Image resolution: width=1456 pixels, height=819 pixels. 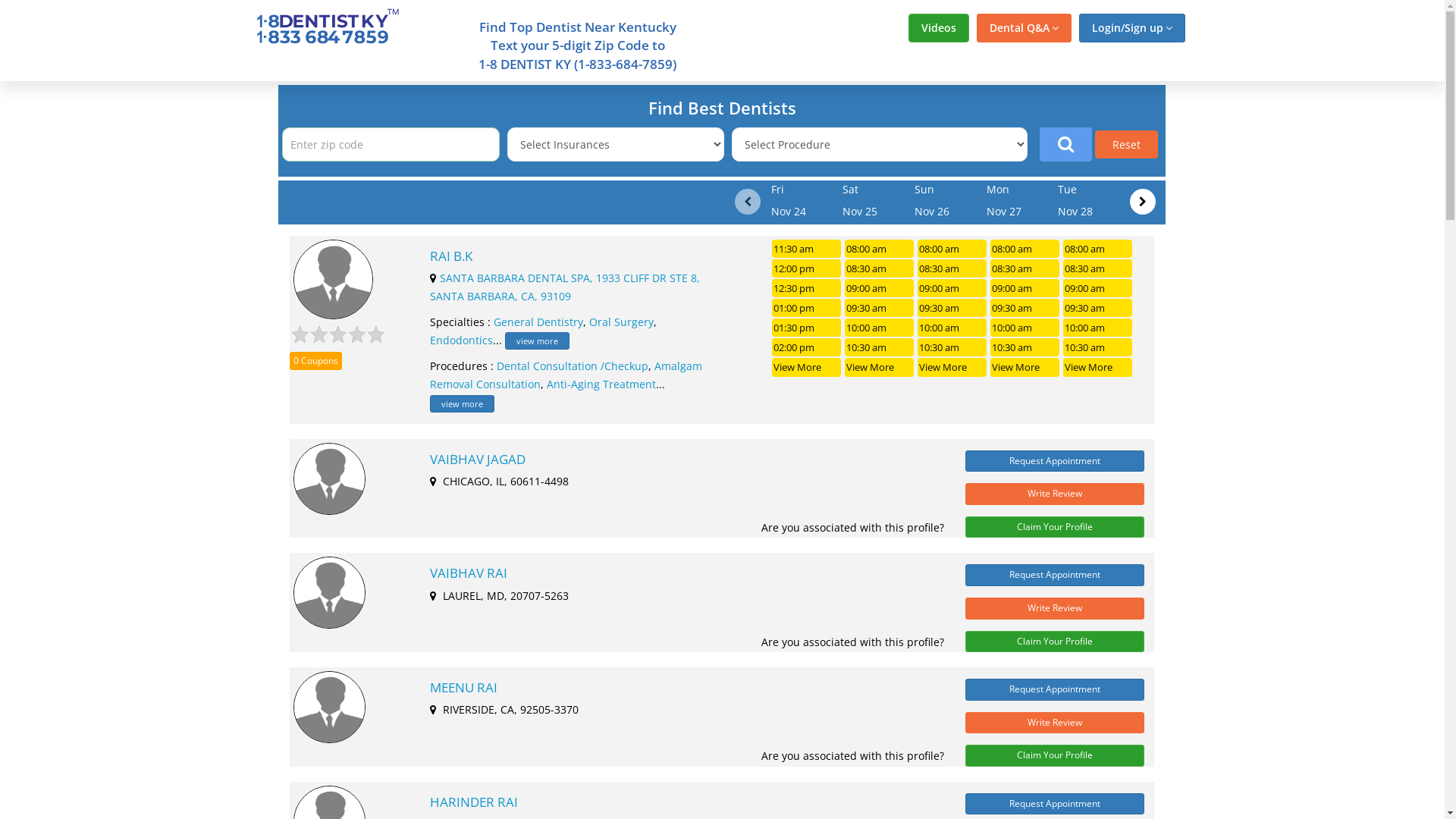 What do you see at coordinates (805, 307) in the screenshot?
I see `'01:00 pm'` at bounding box center [805, 307].